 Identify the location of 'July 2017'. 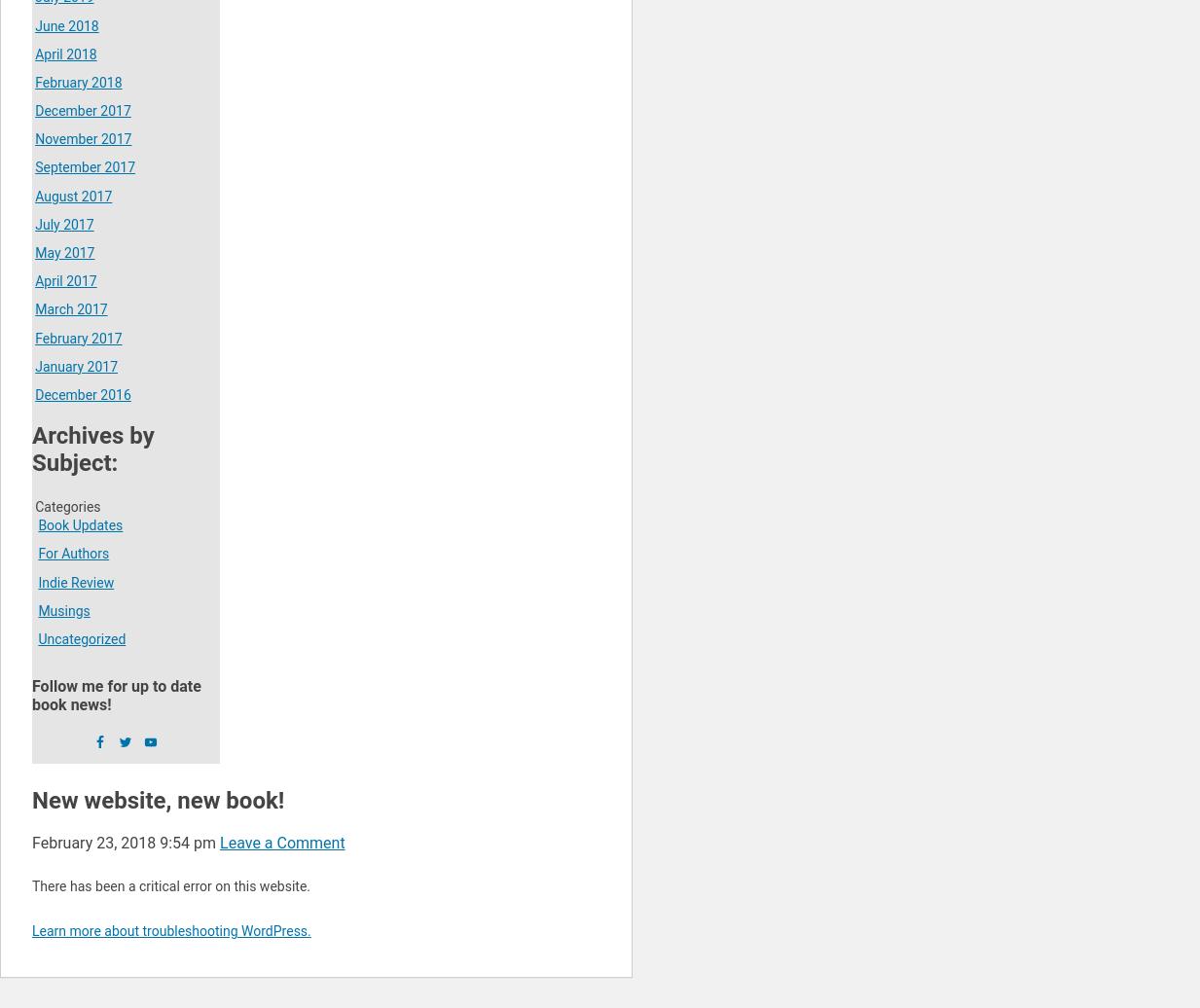
(62, 223).